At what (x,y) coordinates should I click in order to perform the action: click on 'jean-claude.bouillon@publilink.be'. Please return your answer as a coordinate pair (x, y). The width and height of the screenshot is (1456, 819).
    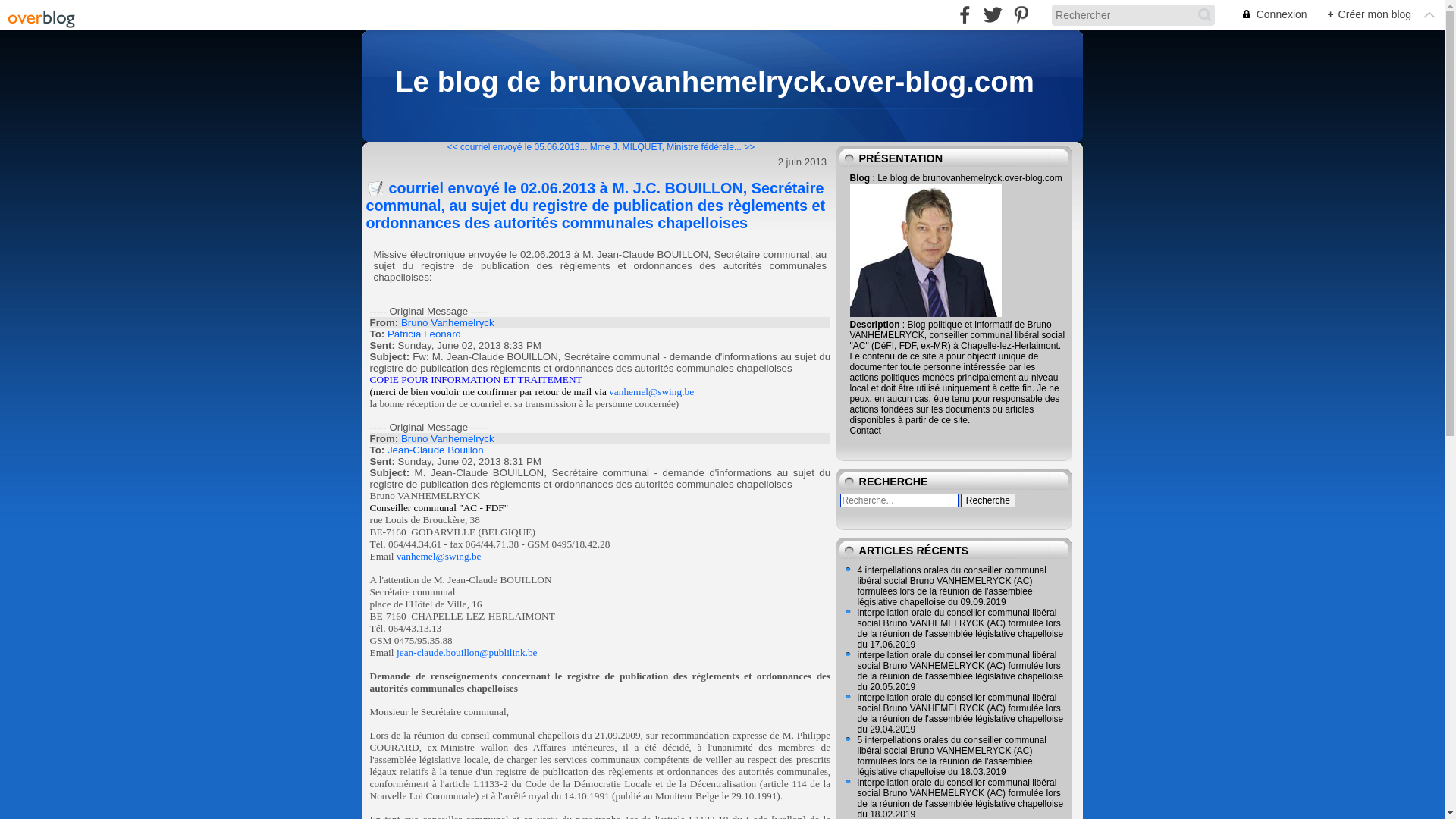
    Looking at the image, I should click on (466, 651).